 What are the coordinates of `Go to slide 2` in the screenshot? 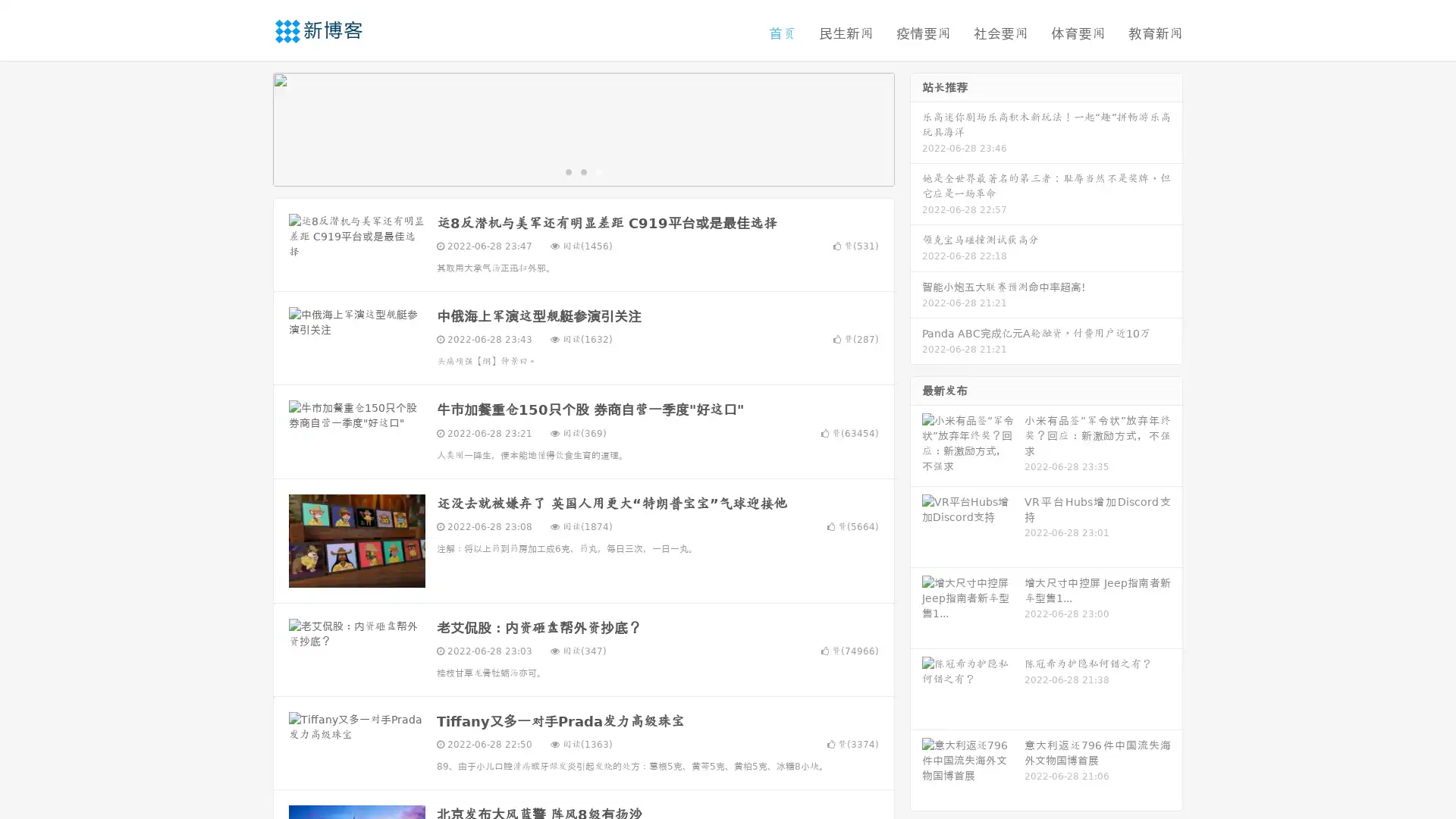 It's located at (582, 171).